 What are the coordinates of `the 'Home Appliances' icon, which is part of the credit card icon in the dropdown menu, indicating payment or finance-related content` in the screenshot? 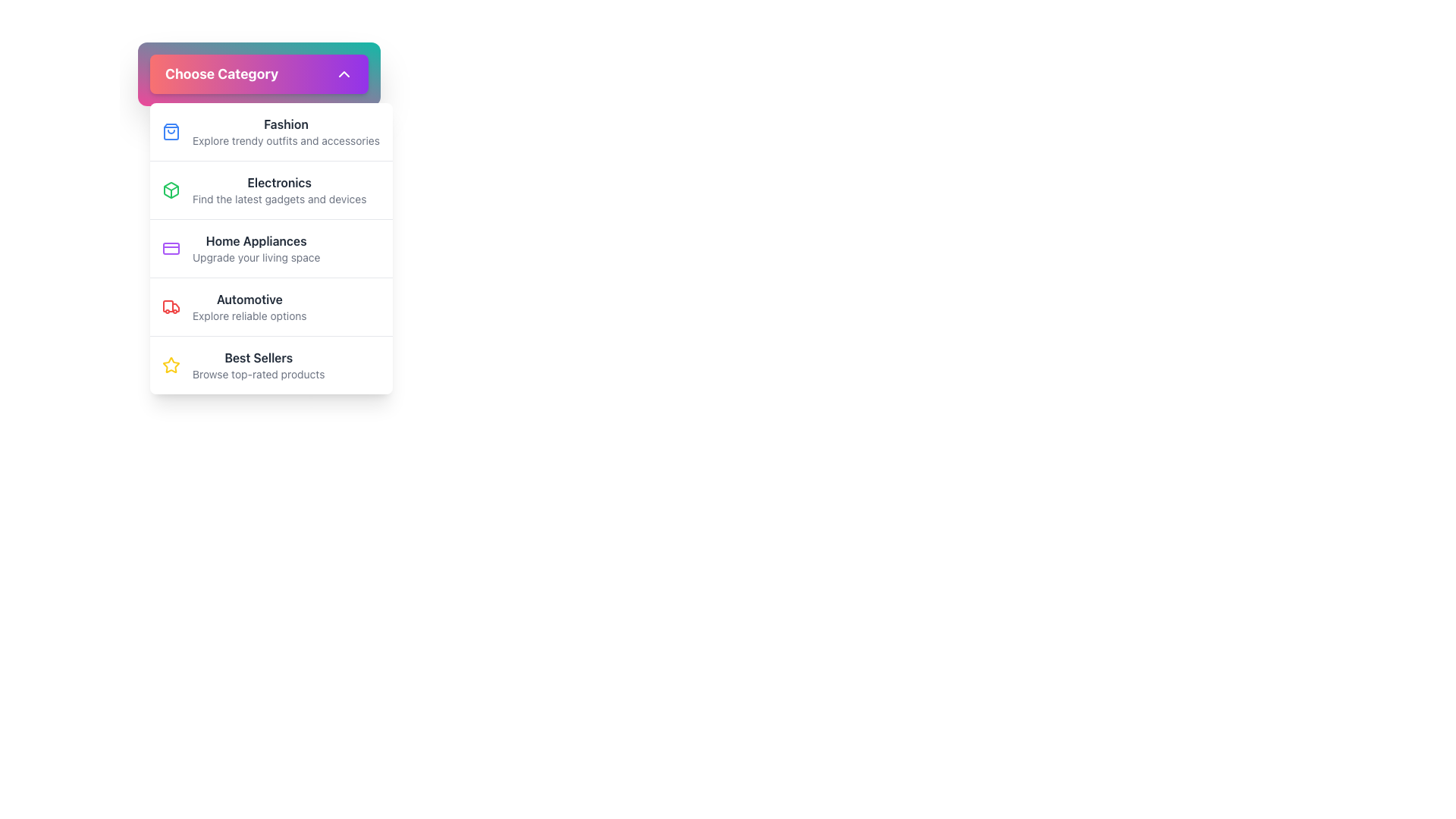 It's located at (171, 247).